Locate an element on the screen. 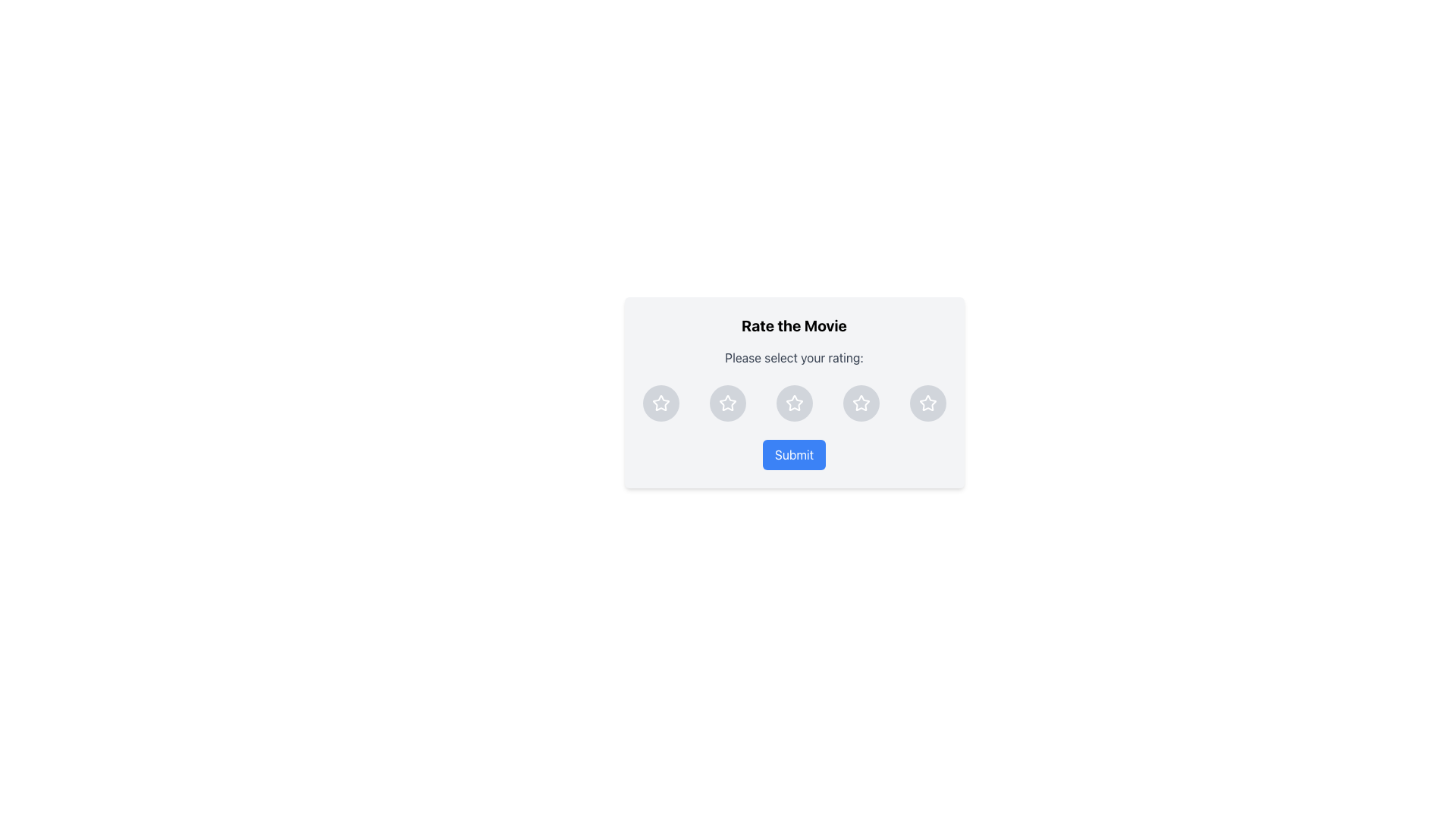  the highlighted third circular gray button with a white star icon, which is part of a group of five buttons arranged horizontally is located at coordinates (793, 403).